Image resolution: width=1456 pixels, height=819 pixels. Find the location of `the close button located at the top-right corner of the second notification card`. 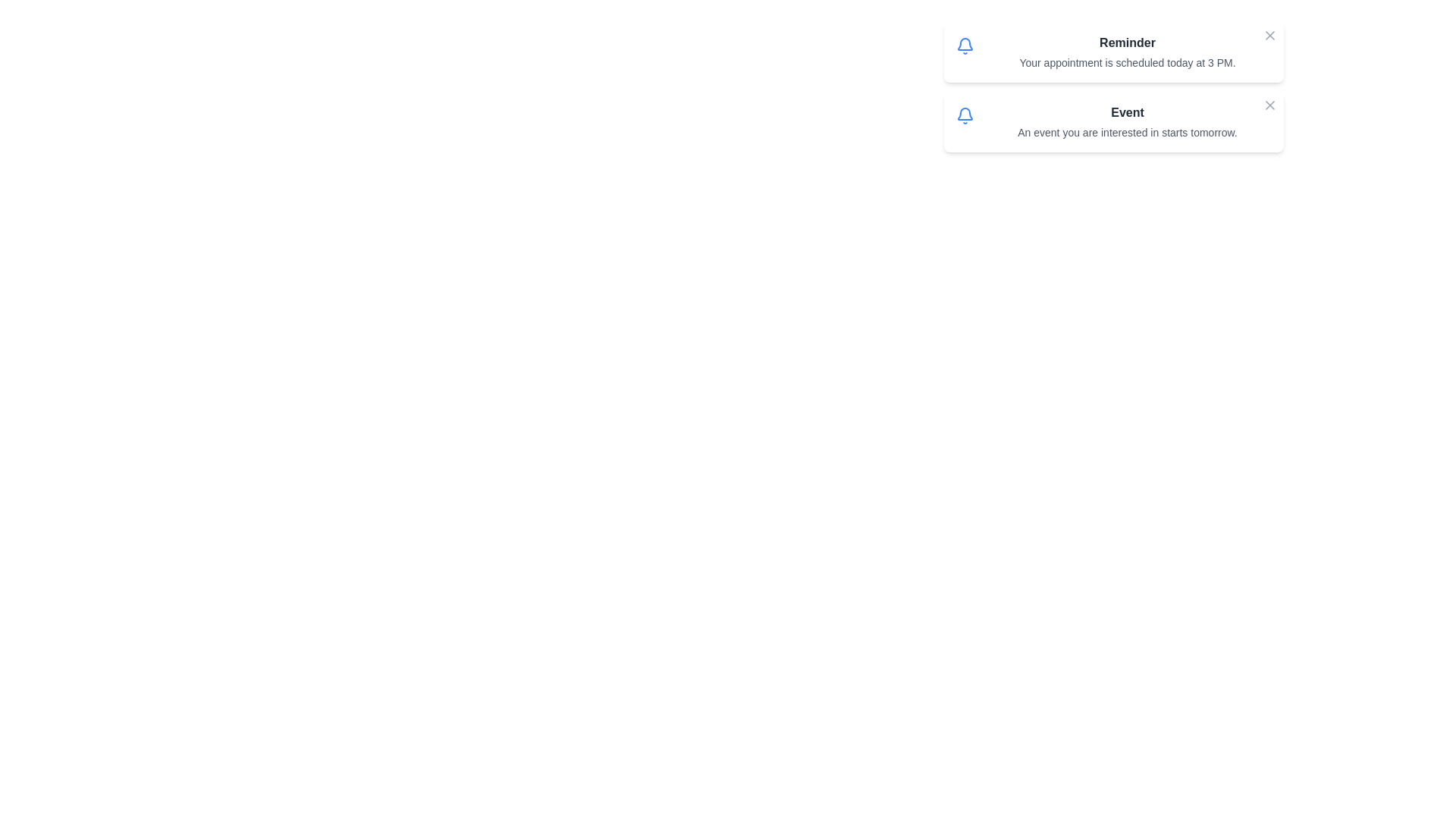

the close button located at the top-right corner of the second notification card is located at coordinates (1270, 104).